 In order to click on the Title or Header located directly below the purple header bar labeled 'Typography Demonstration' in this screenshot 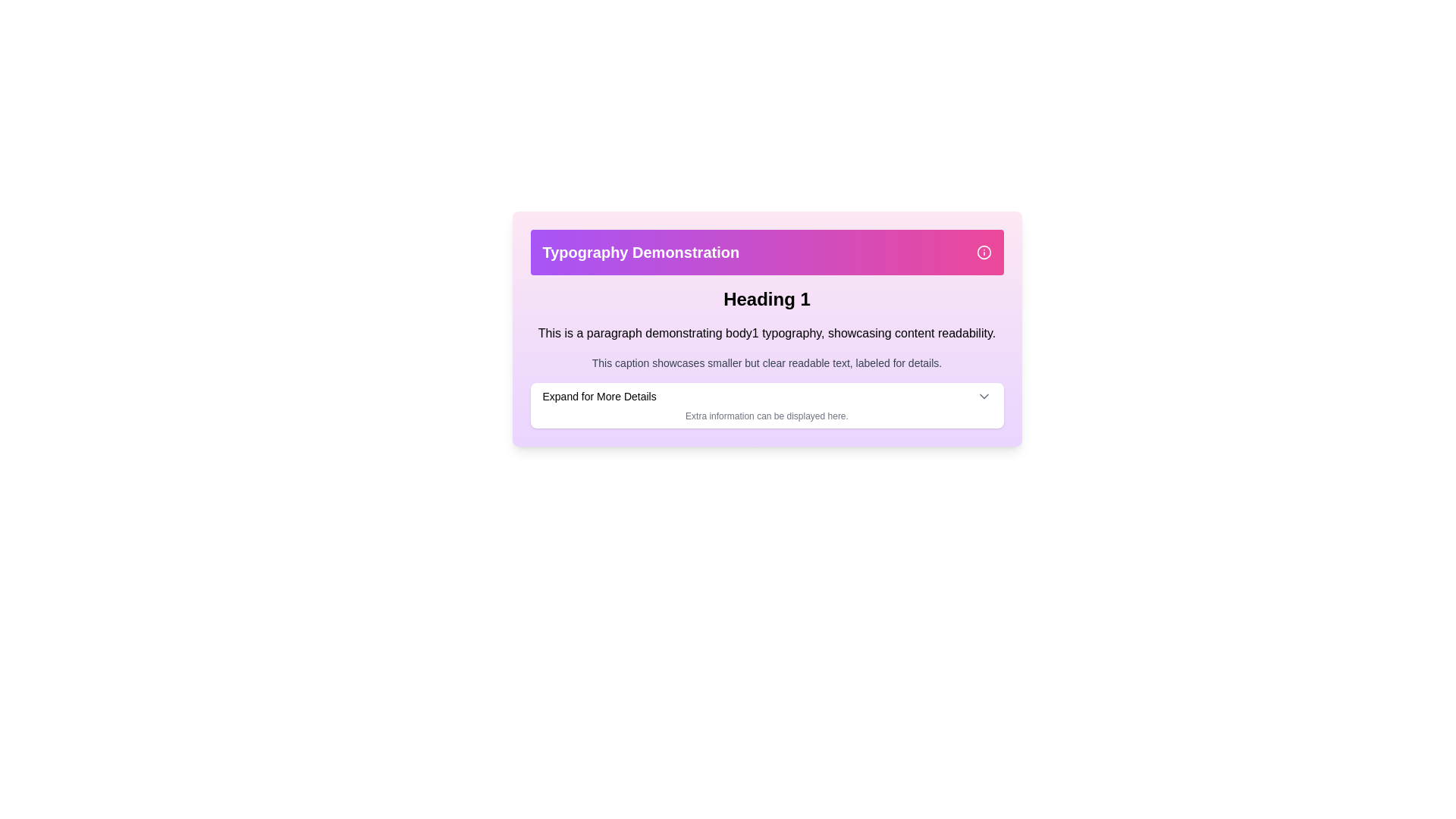, I will do `click(767, 299)`.